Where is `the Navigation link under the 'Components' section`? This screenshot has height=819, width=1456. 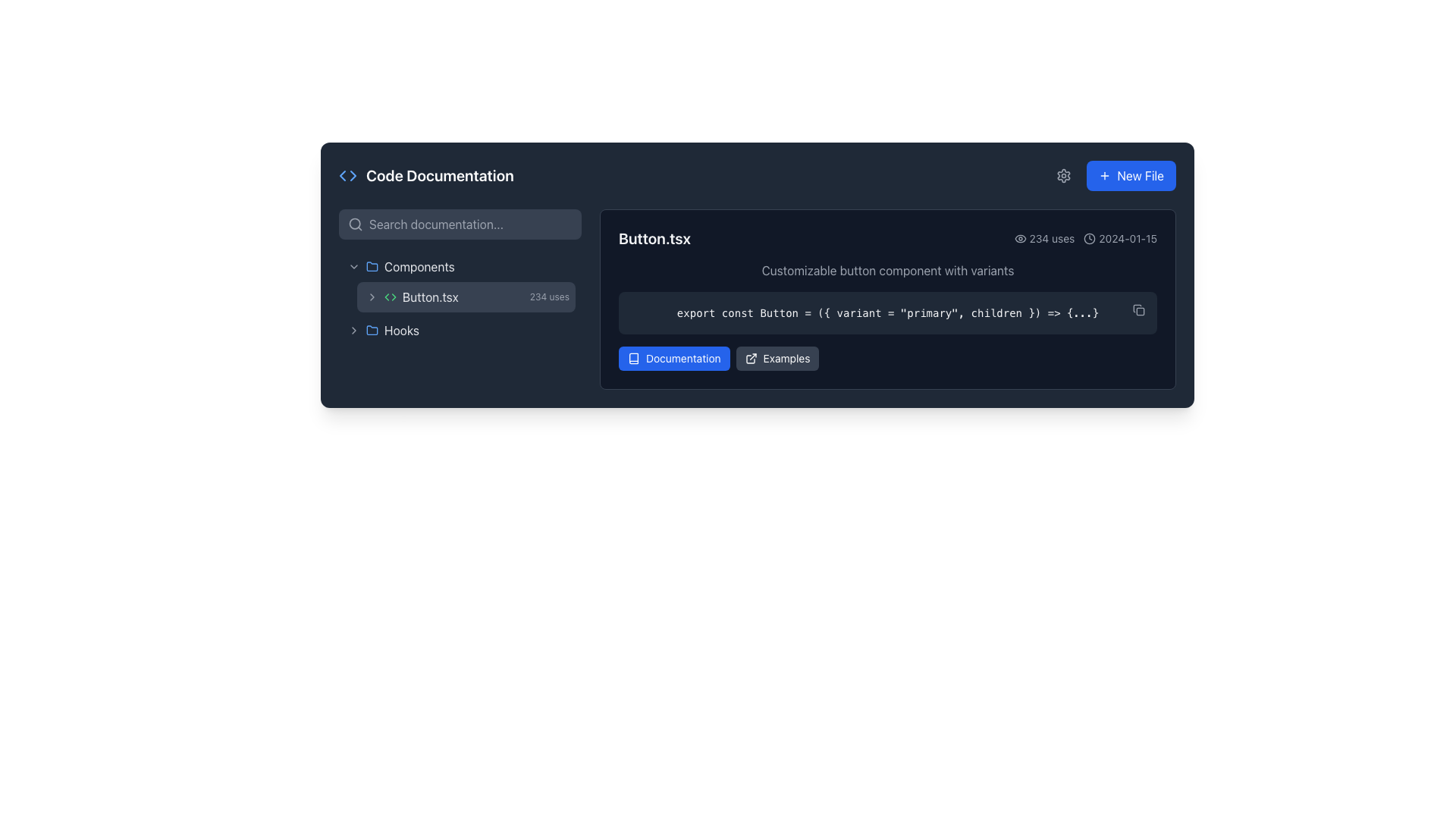 the Navigation link under the 'Components' section is located at coordinates (457, 297).